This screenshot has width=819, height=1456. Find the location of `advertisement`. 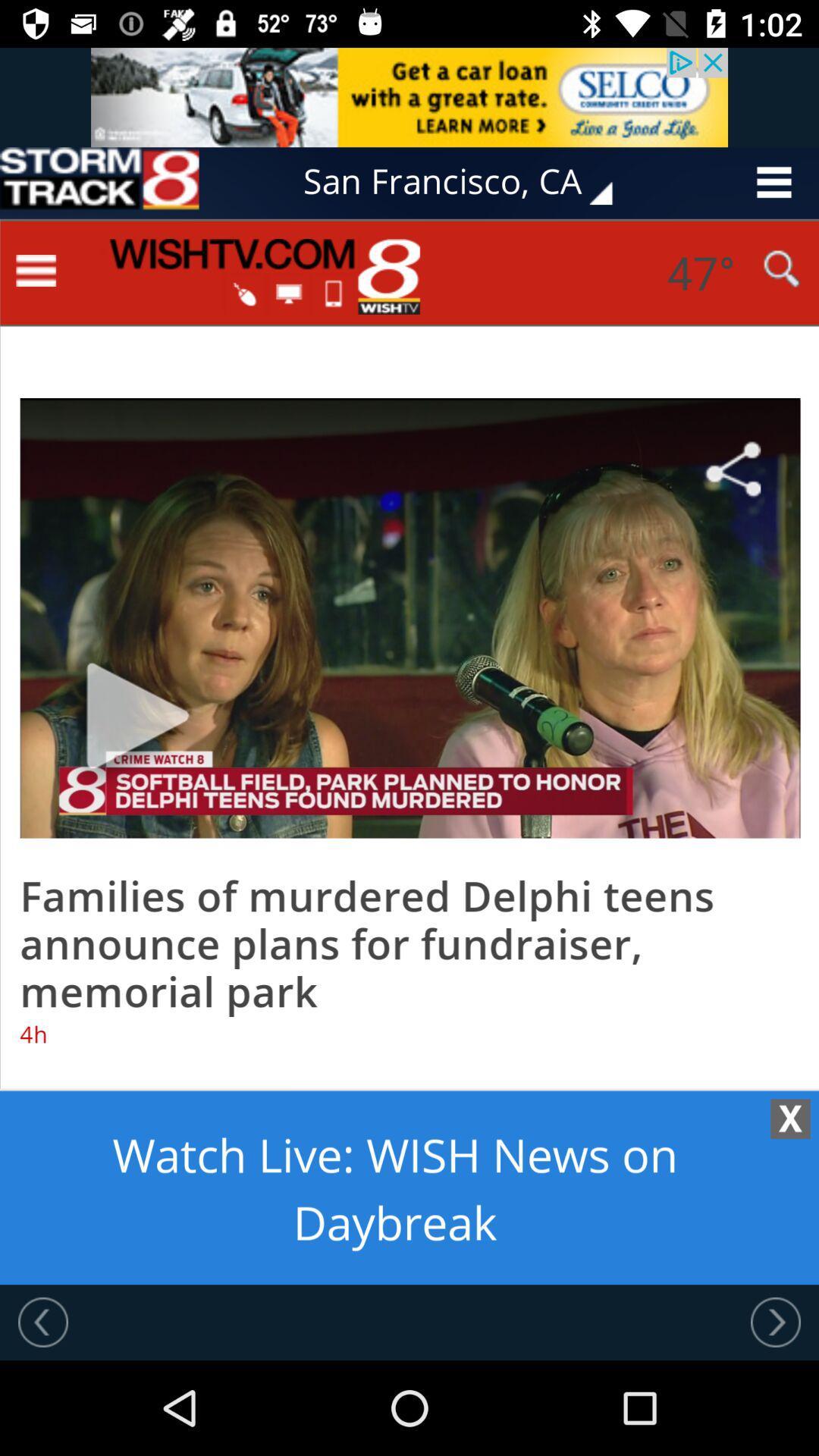

advertisement is located at coordinates (409, 96).